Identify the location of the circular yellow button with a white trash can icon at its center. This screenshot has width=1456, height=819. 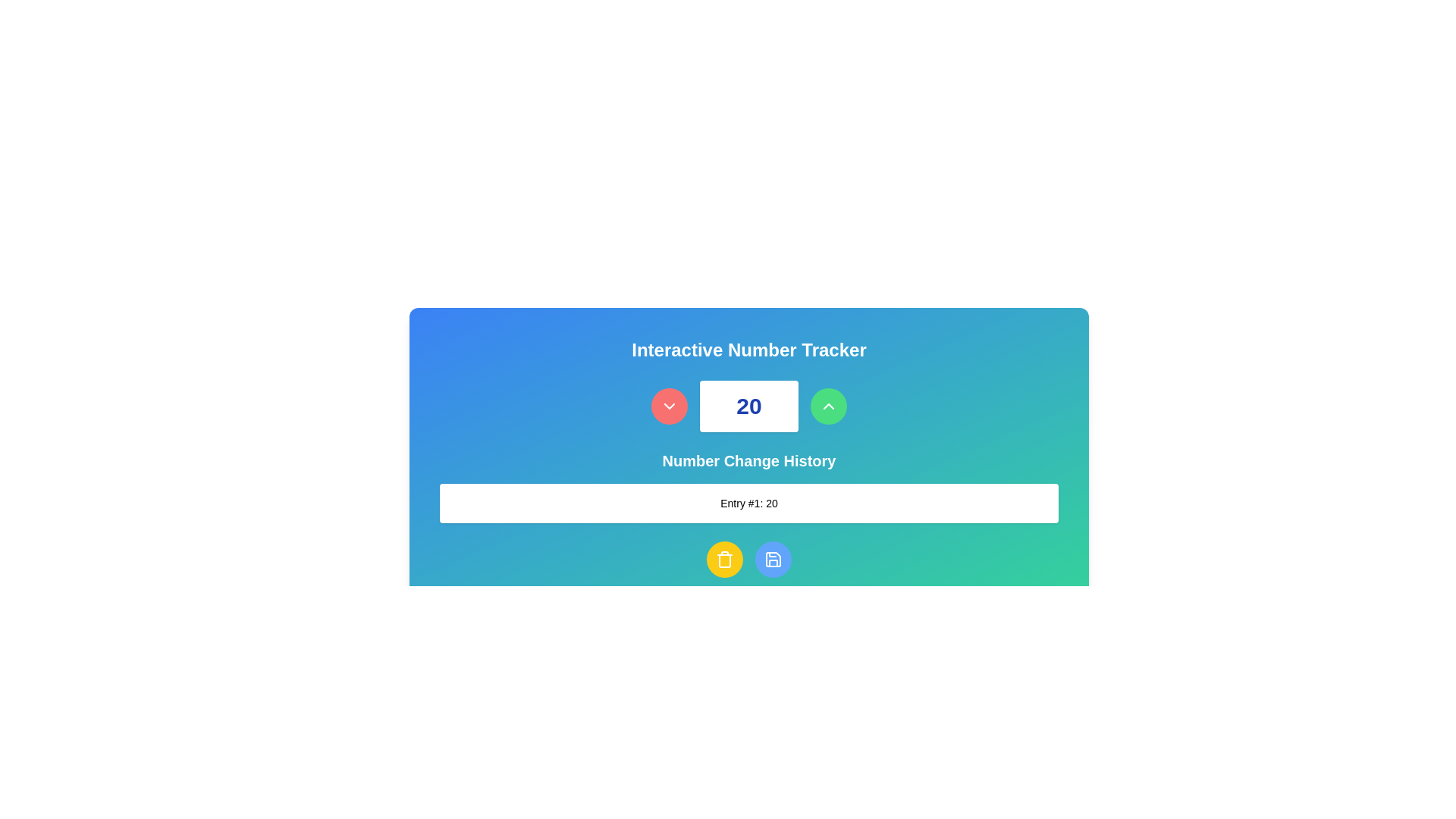
(723, 559).